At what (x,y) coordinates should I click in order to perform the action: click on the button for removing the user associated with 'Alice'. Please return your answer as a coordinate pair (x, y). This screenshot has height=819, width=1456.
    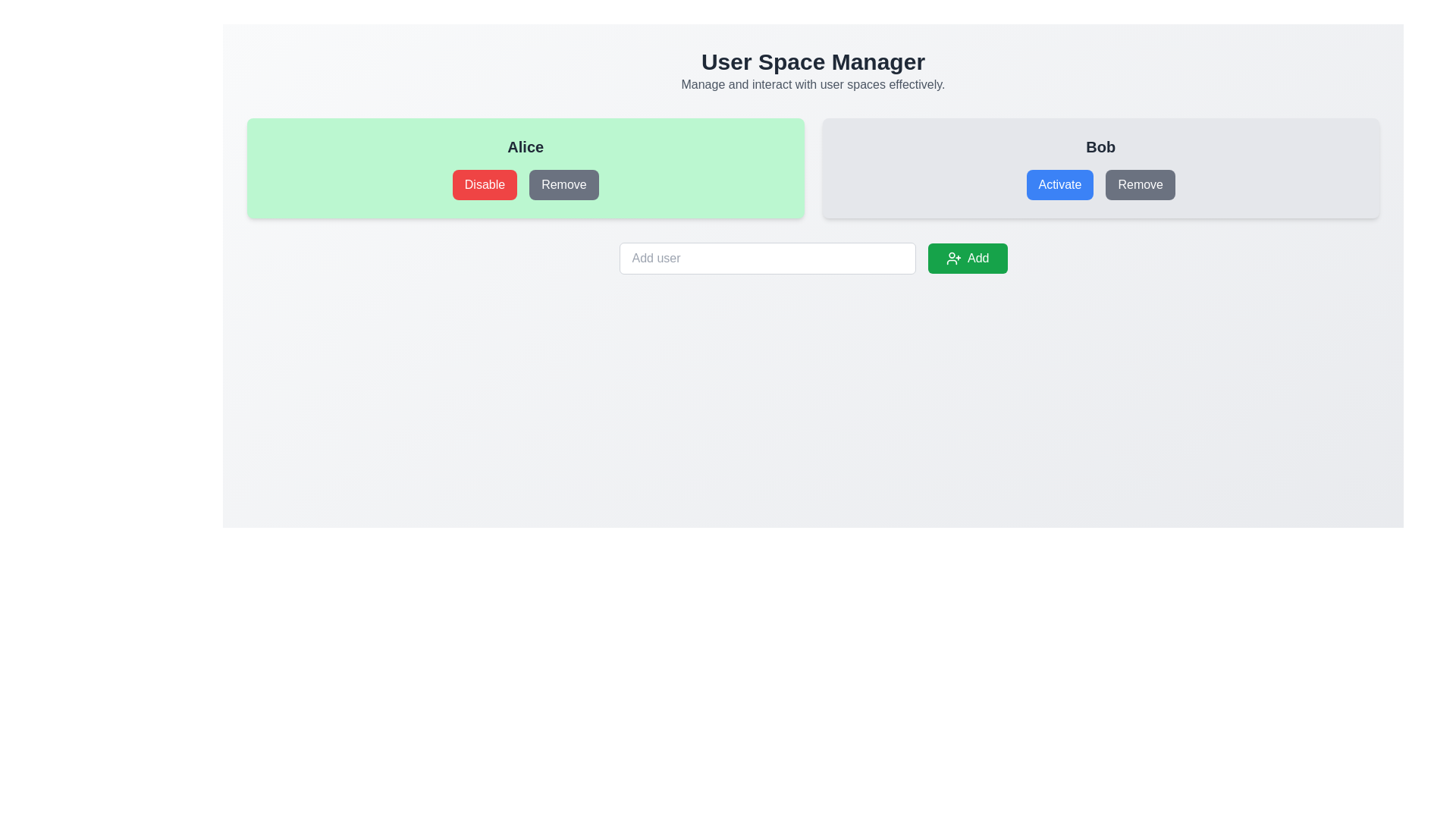
    Looking at the image, I should click on (563, 184).